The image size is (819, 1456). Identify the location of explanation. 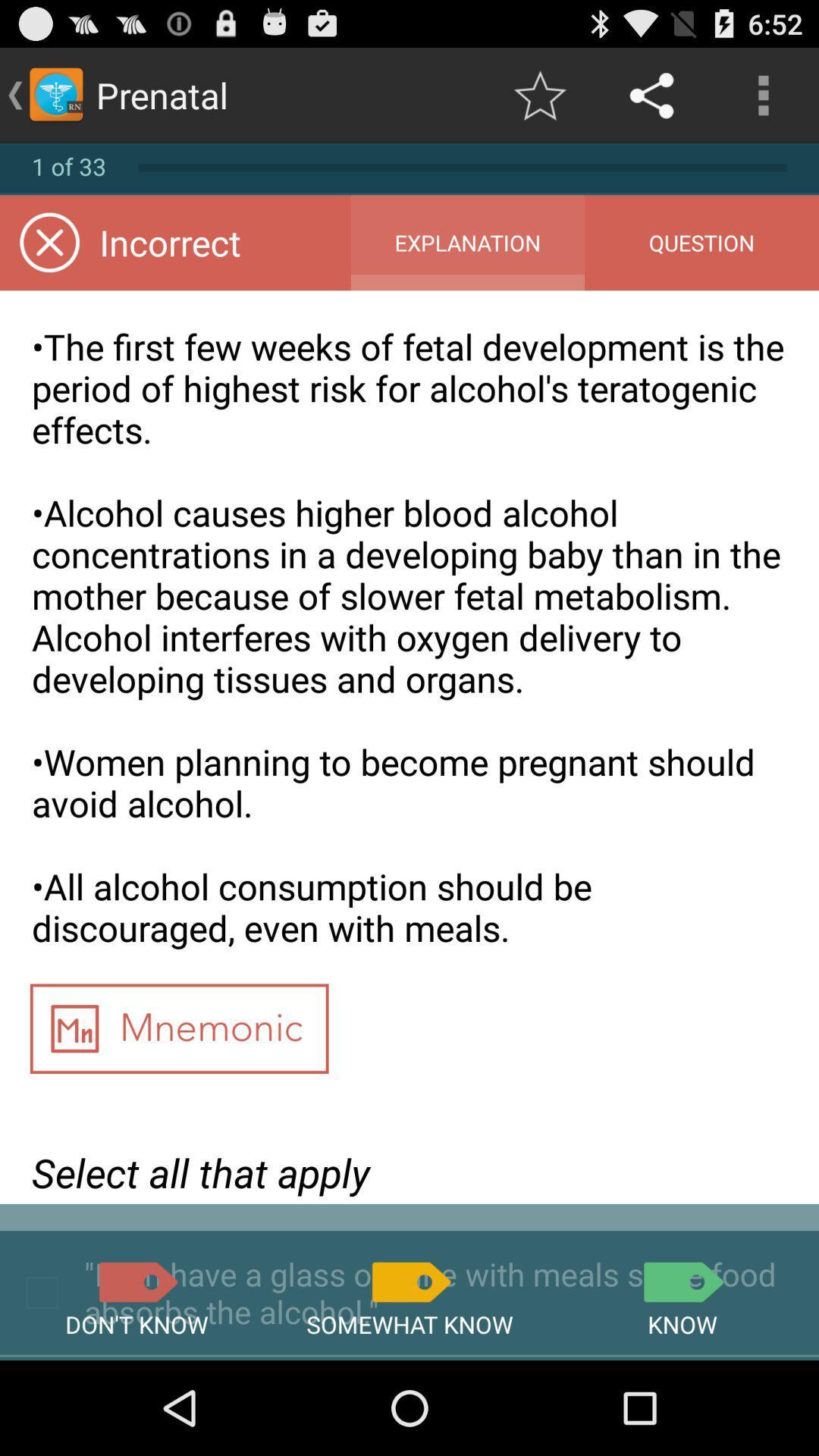
(466, 243).